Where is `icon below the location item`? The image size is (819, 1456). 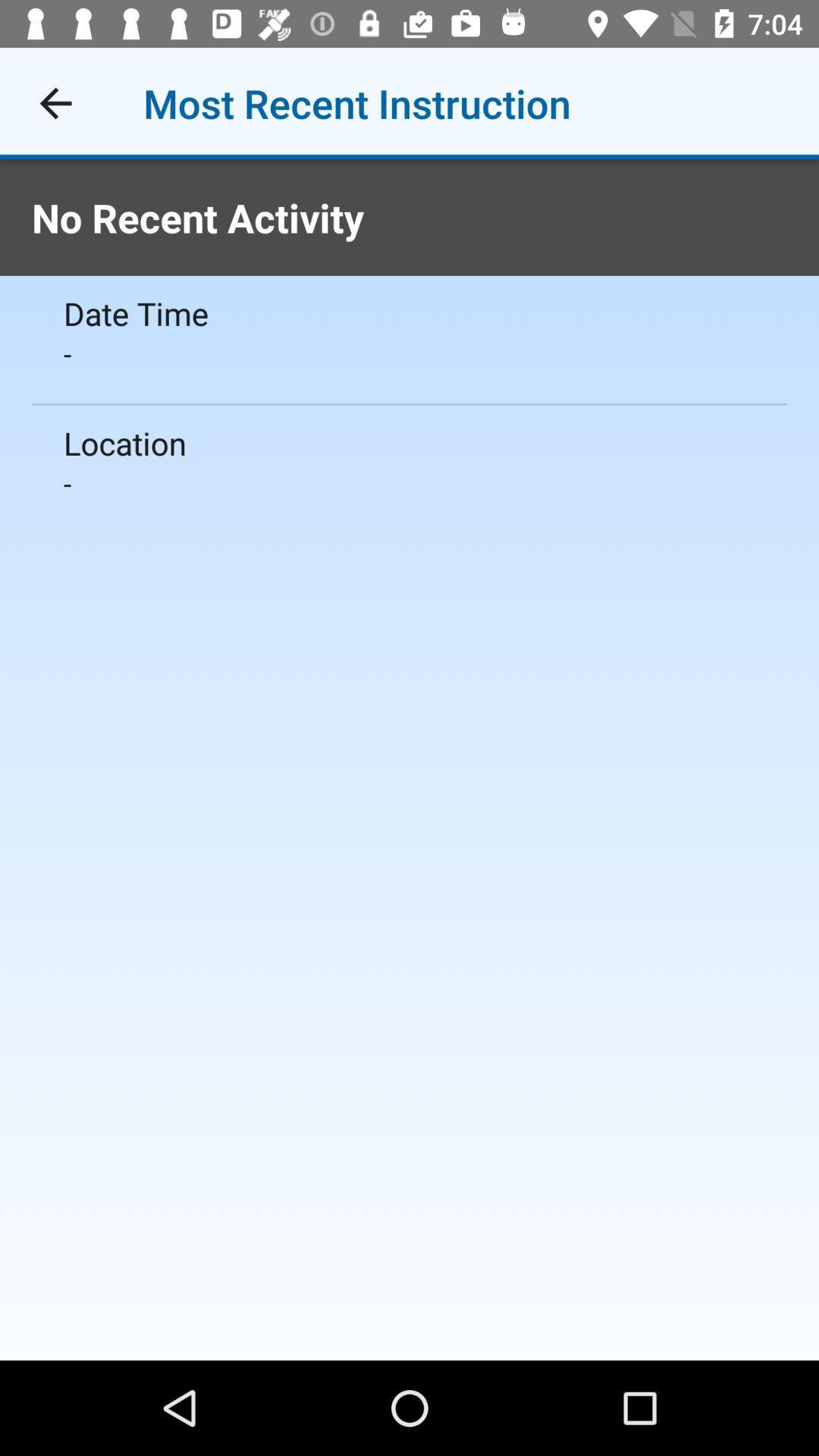 icon below the location item is located at coordinates (409, 482).